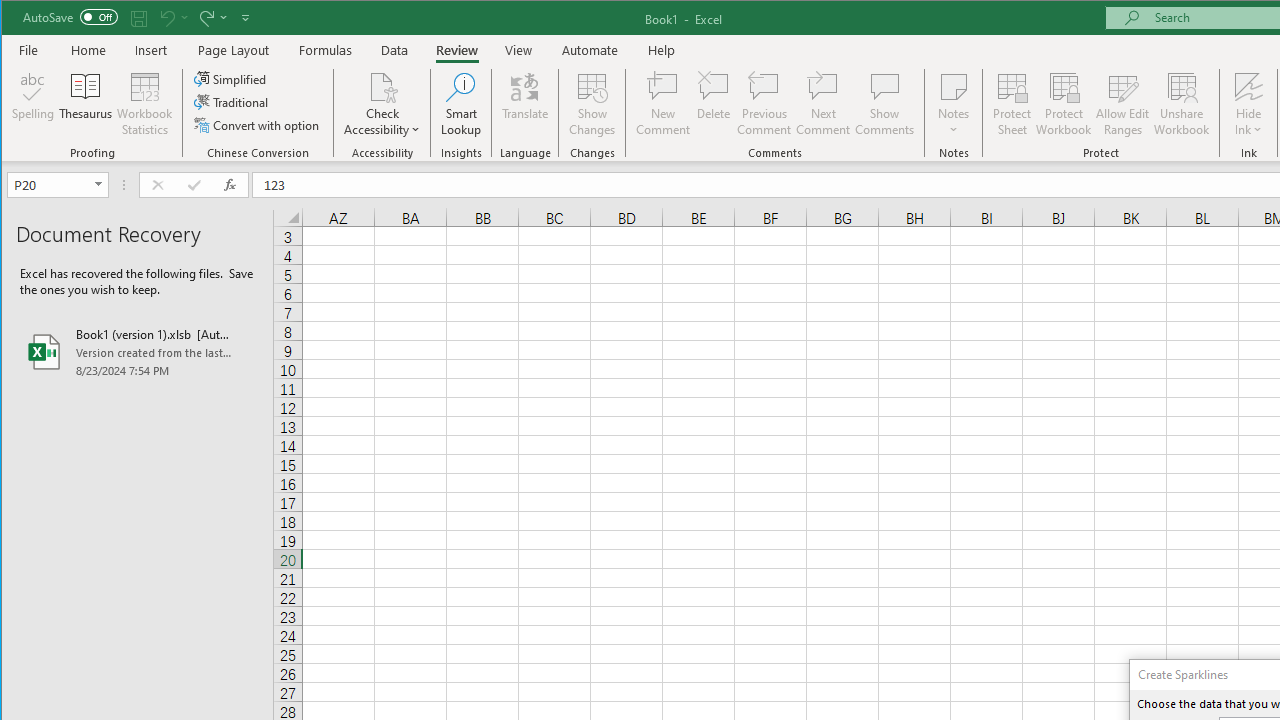  What do you see at coordinates (57, 185) in the screenshot?
I see `'Name Box'` at bounding box center [57, 185].